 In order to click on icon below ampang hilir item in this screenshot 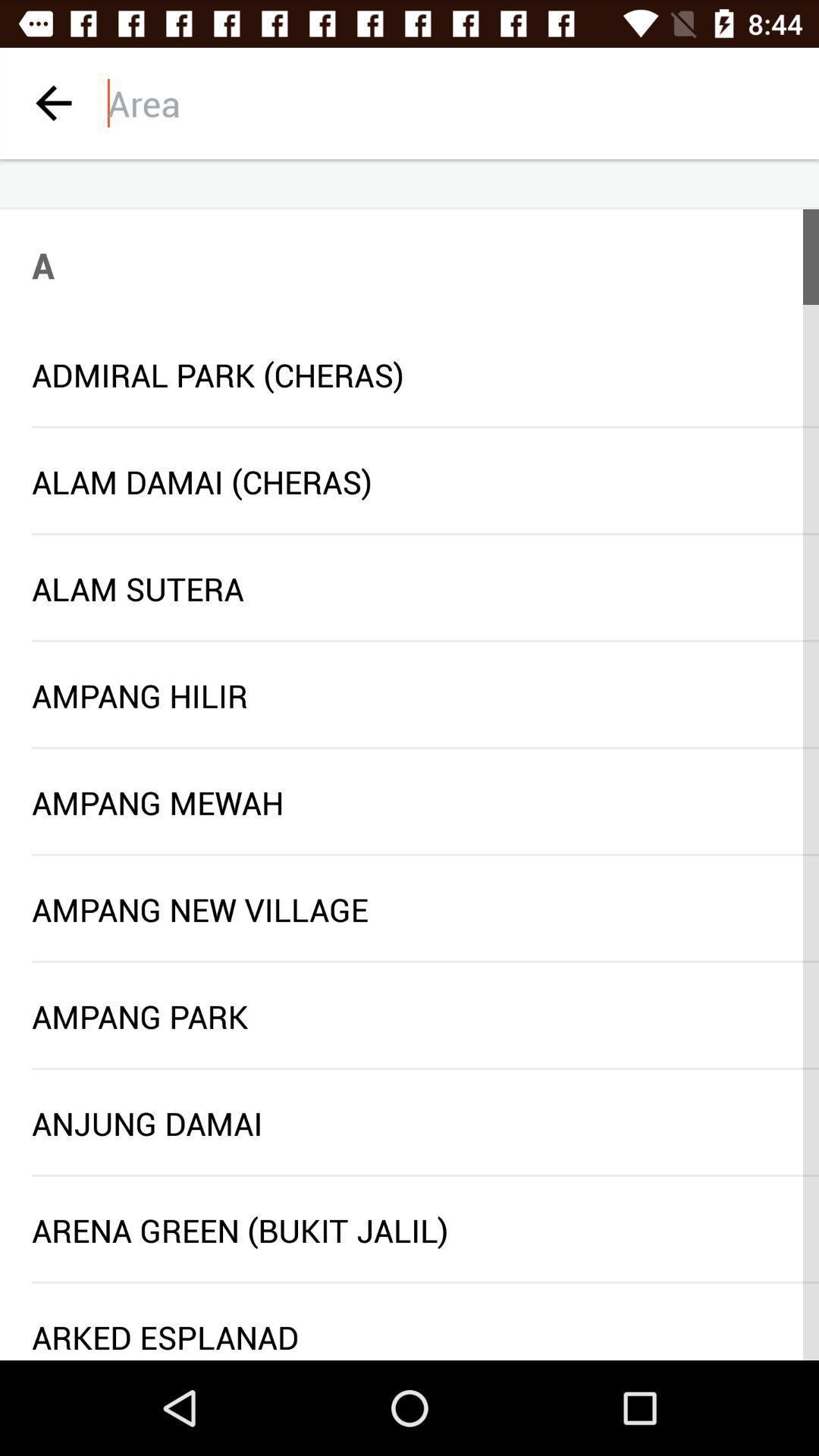, I will do `click(425, 748)`.